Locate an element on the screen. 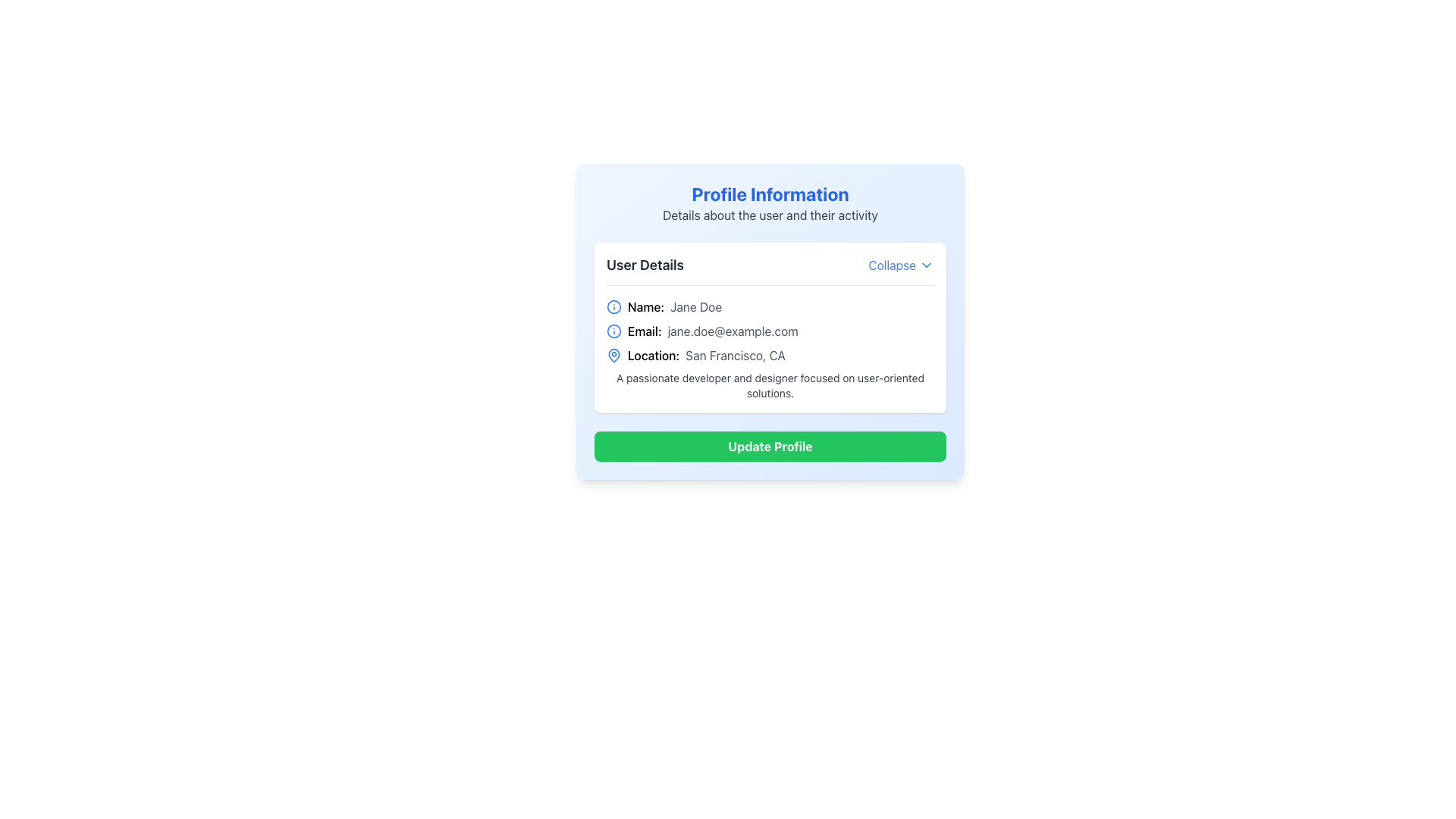 The width and height of the screenshot is (1456, 819). the Text Label with Icon that displays the location information 'San Francisco, CA', which is the third element in the User Details section of the Profile Information card is located at coordinates (770, 356).